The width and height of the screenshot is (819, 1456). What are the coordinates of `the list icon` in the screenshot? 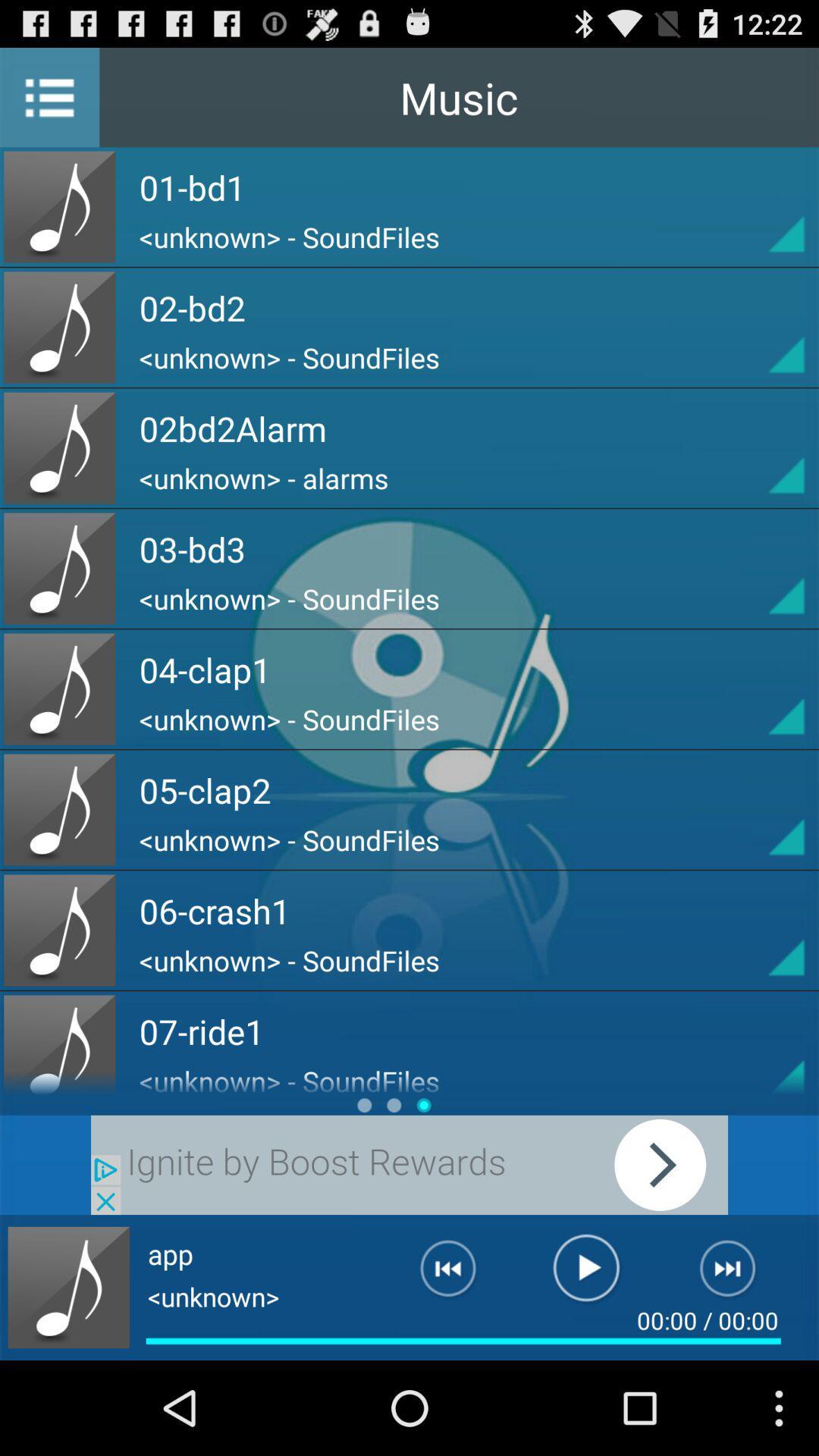 It's located at (49, 103).